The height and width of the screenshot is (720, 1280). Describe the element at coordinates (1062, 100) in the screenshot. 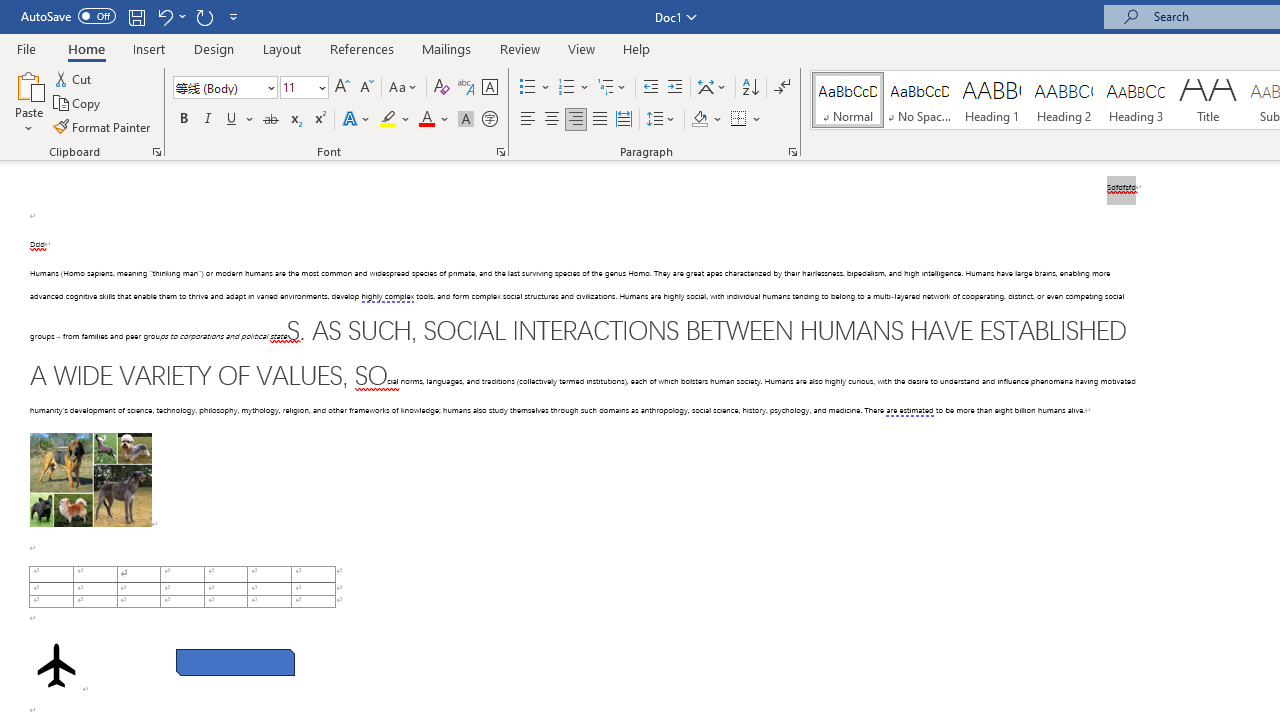

I see `'Heading 2'` at that location.